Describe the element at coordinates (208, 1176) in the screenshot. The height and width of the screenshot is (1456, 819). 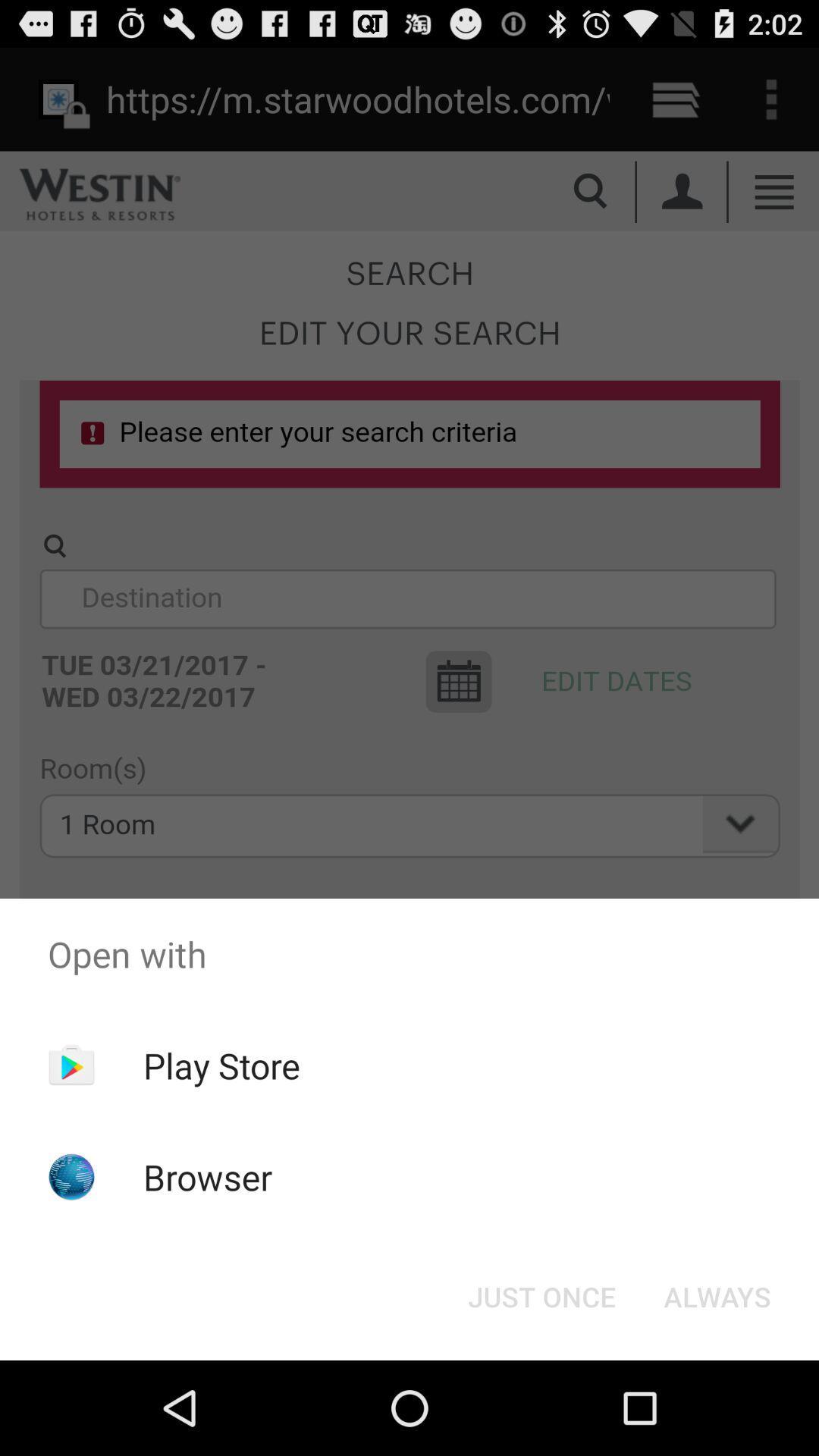
I see `the browser icon` at that location.